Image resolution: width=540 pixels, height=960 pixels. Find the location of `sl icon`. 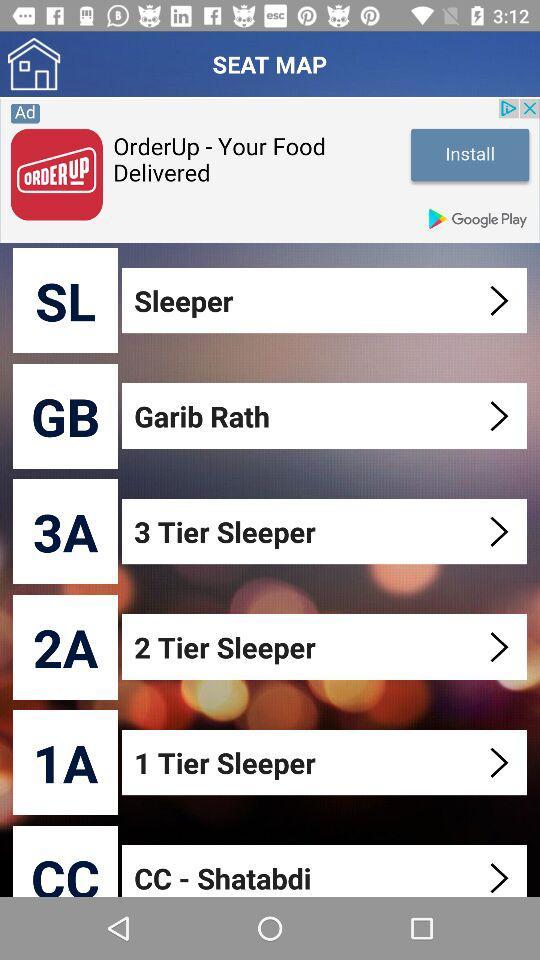

sl icon is located at coordinates (65, 299).